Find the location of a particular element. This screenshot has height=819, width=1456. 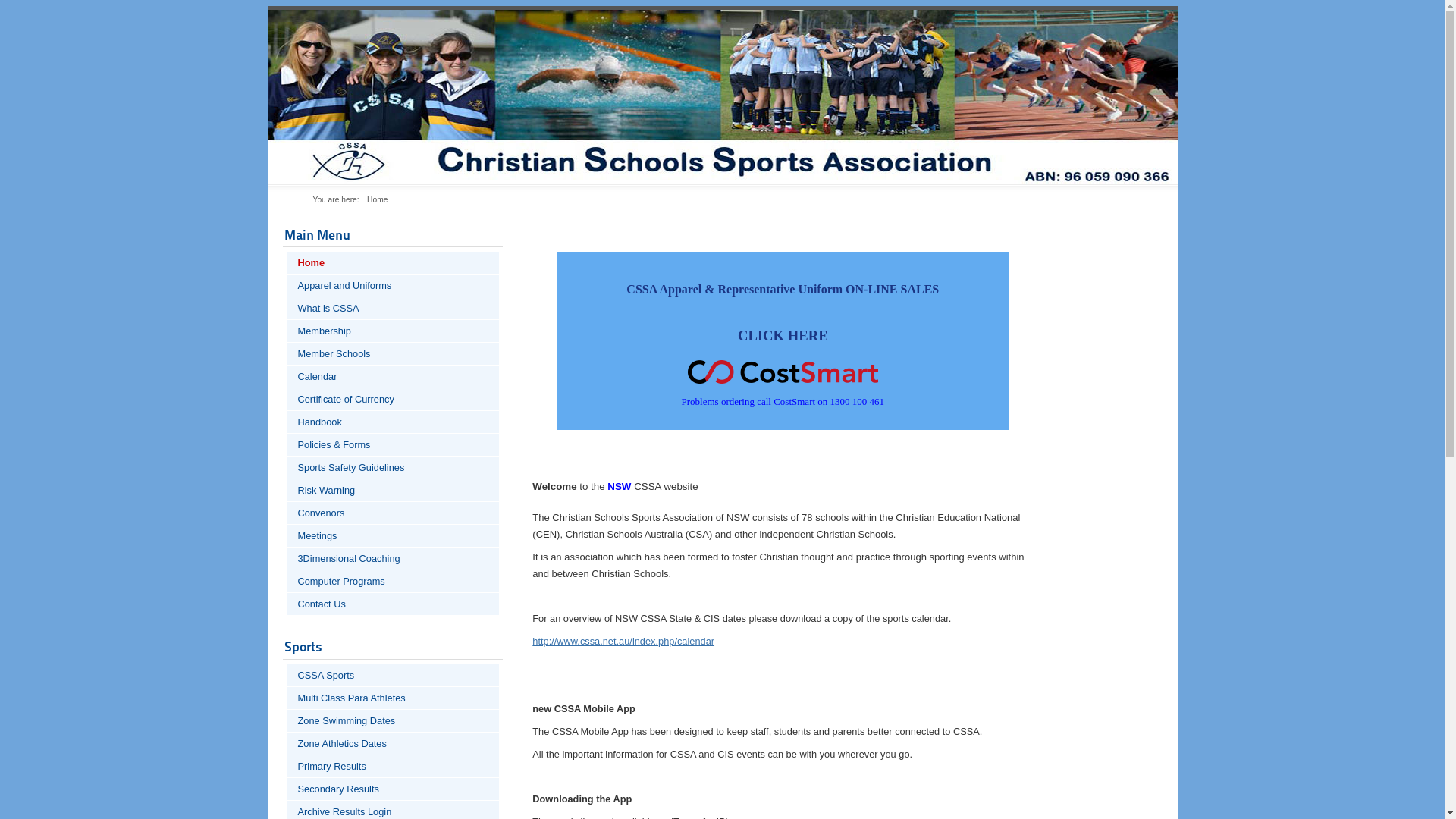

'Handbook' is located at coordinates (393, 422).